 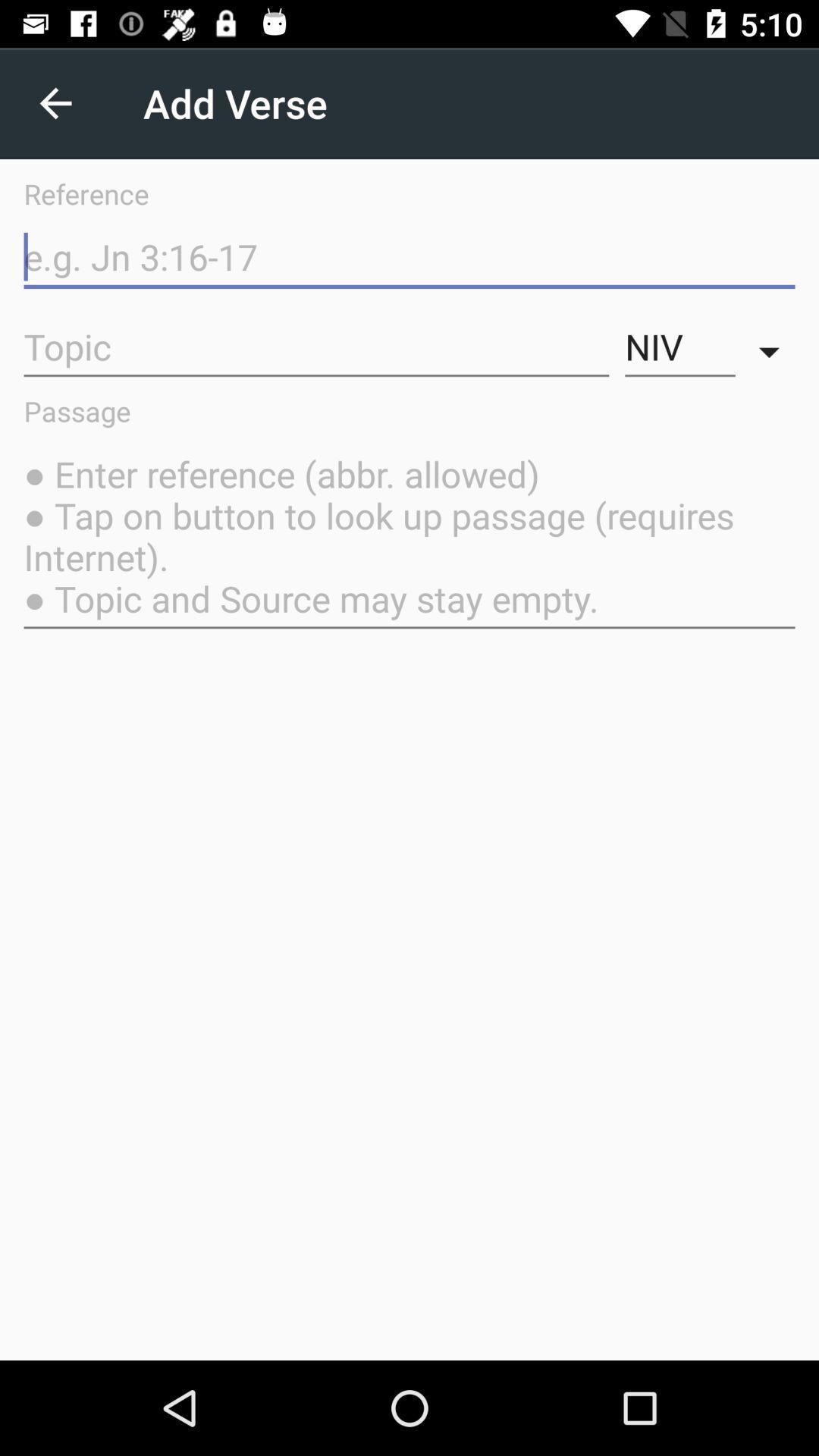 What do you see at coordinates (773, 347) in the screenshot?
I see `item to the right of niv` at bounding box center [773, 347].